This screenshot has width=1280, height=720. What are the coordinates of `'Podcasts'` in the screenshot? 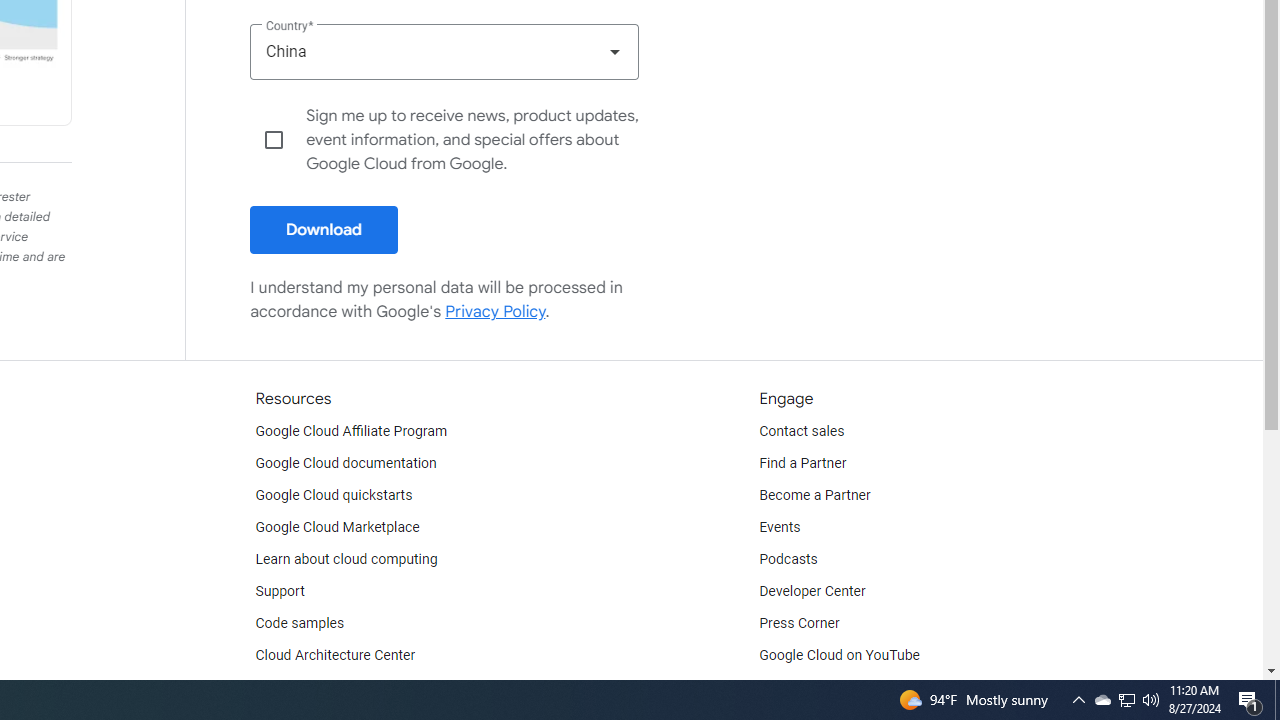 It's located at (787, 560).